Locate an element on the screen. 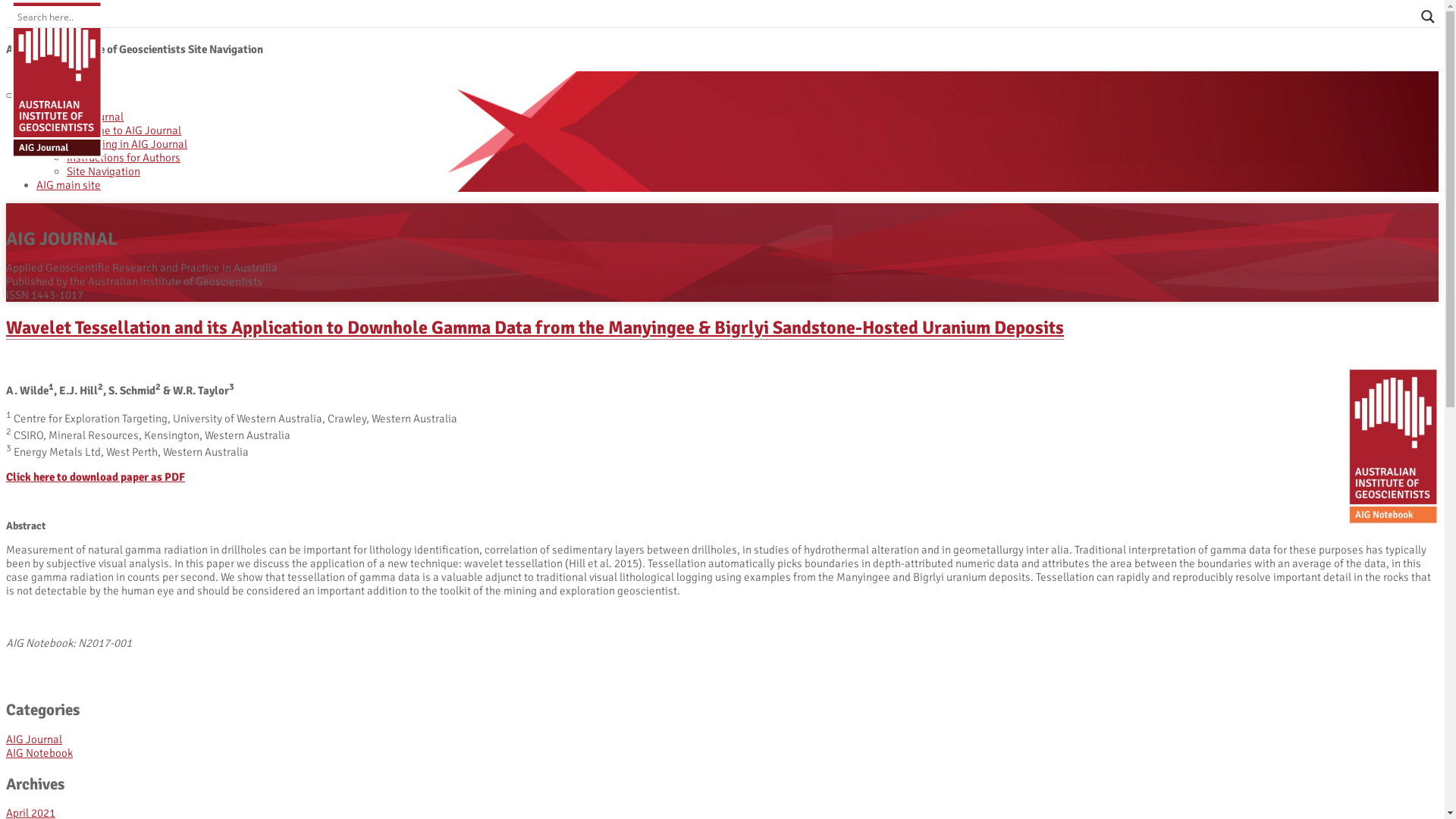 This screenshot has width=1456, height=819. 'AIG Journal' is located at coordinates (33, 739).